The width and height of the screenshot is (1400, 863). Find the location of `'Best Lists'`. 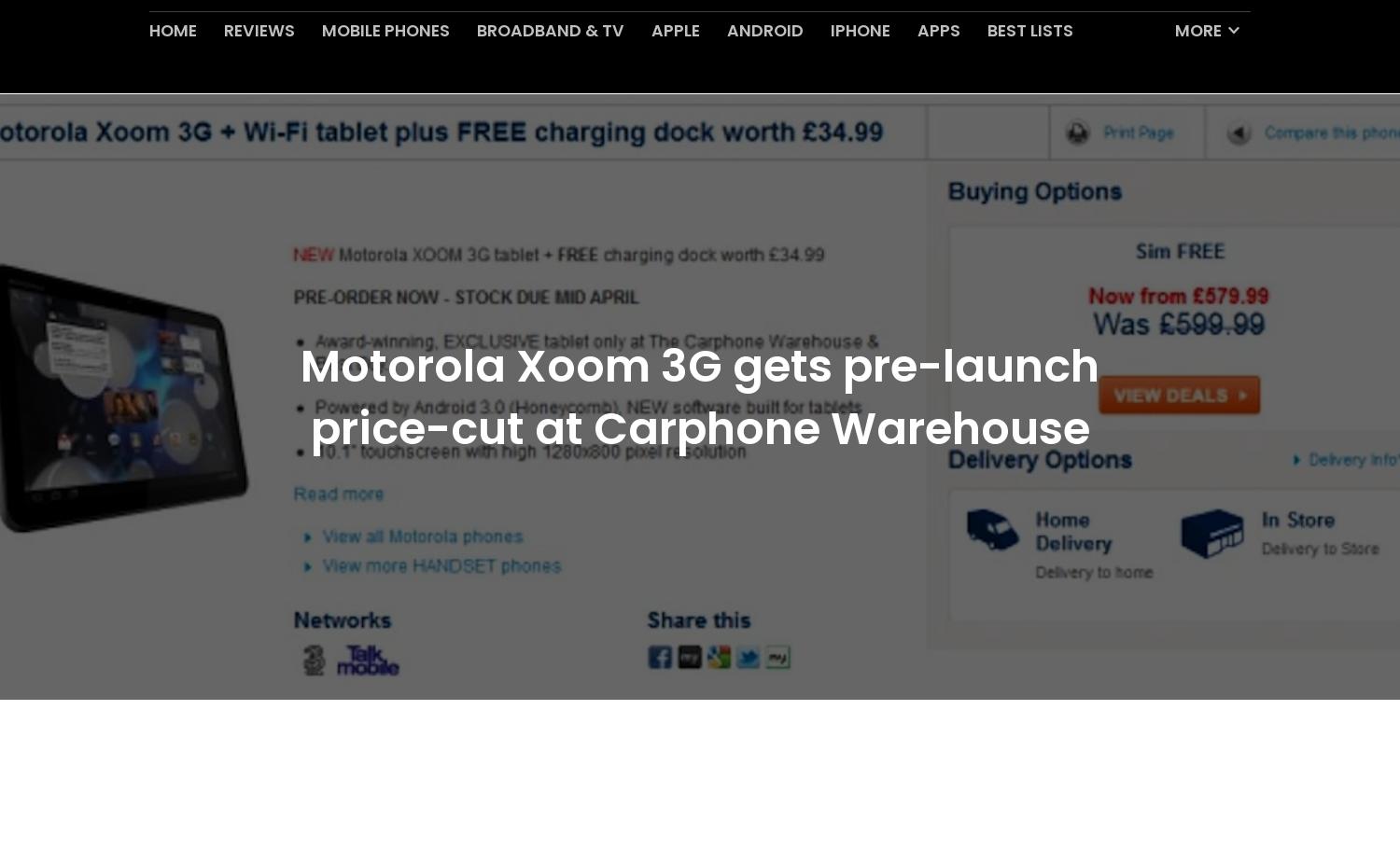

'Best Lists' is located at coordinates (987, 74).